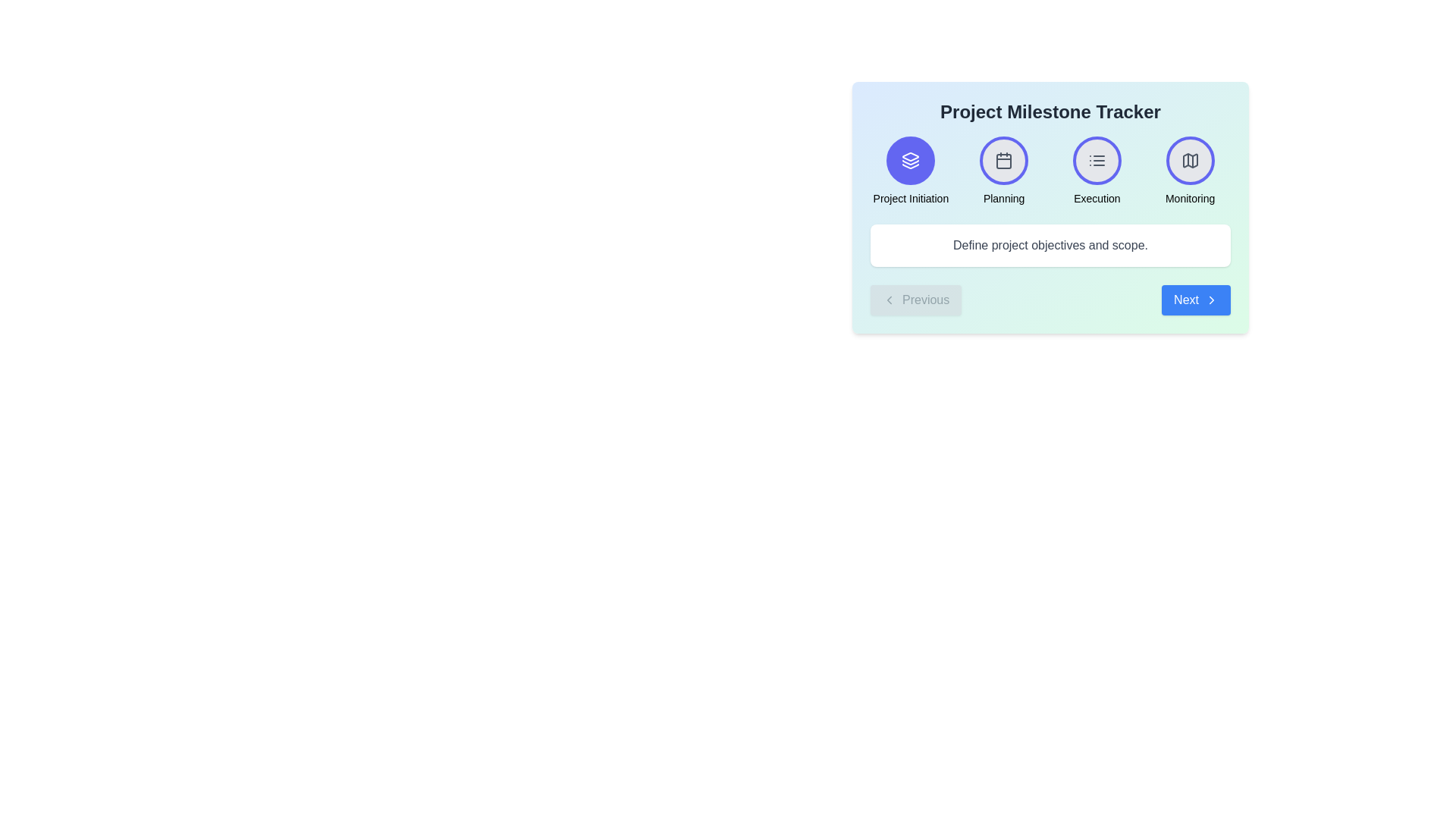 The width and height of the screenshot is (1456, 819). I want to click on the icons in the Progress indicator with labeled milestones, so click(1050, 171).